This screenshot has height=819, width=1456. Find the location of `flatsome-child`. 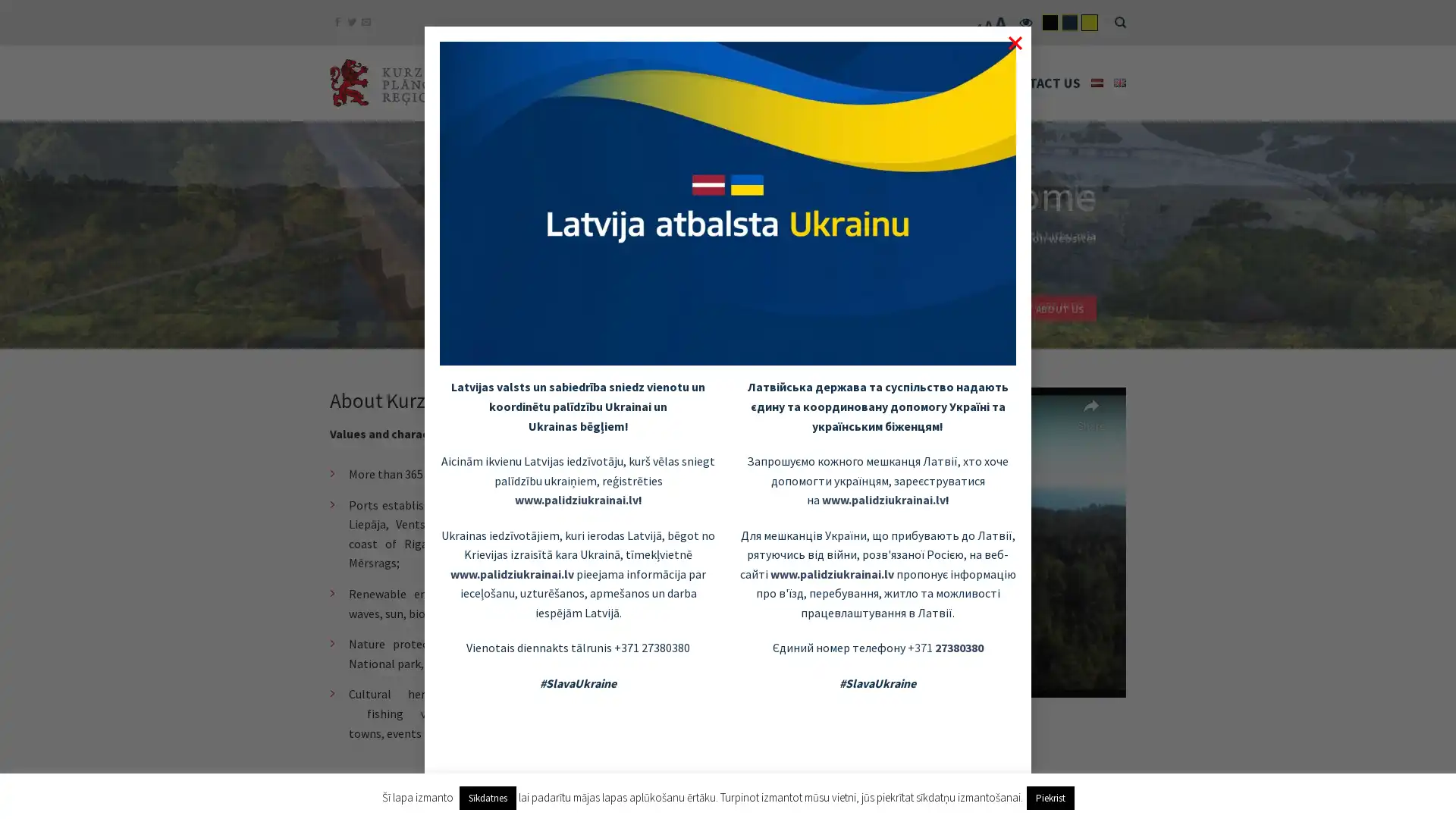

flatsome-child is located at coordinates (1069, 22).